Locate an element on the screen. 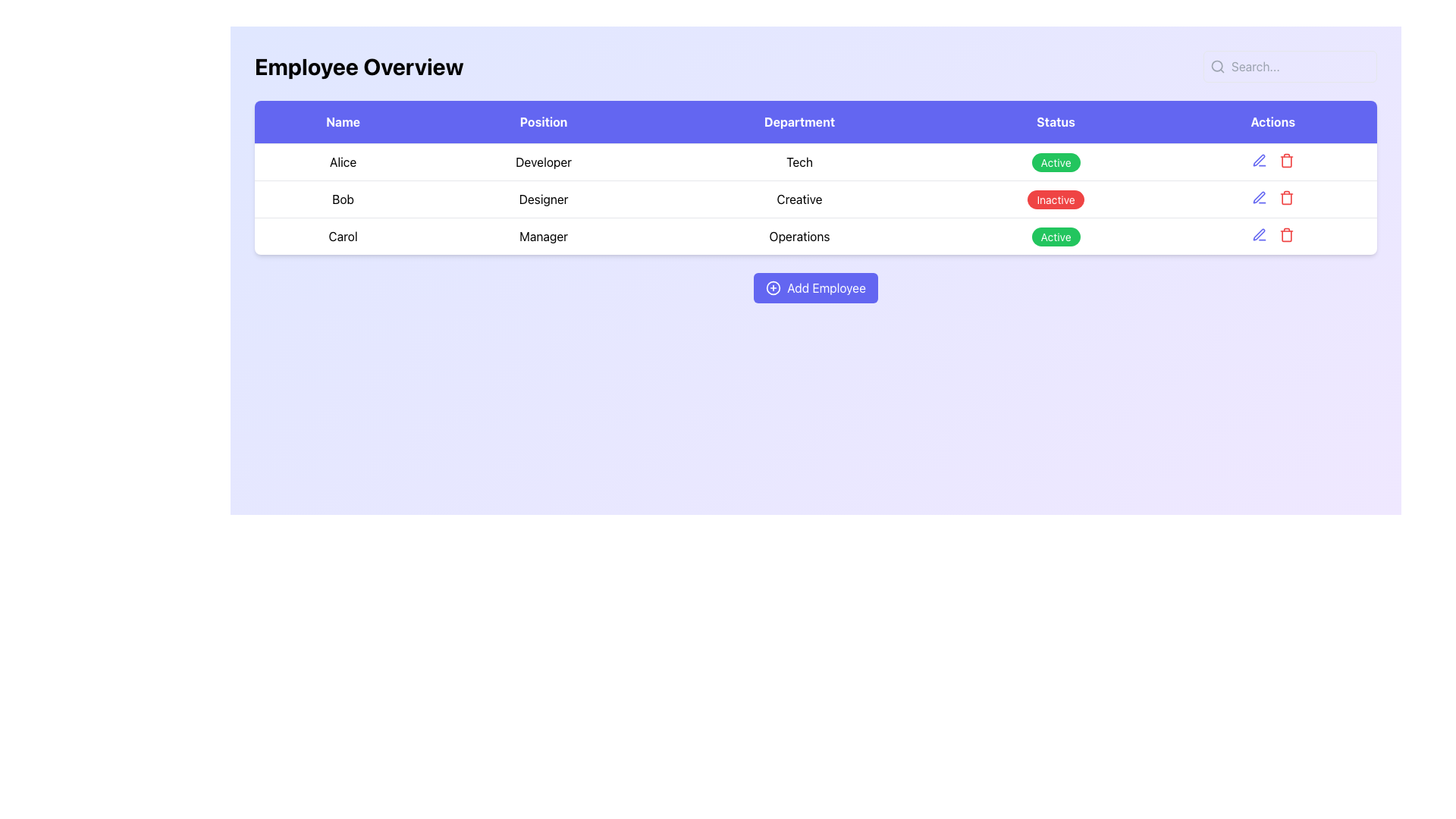 The width and height of the screenshot is (1456, 819). the search input field located in the top-right corner of the 'Employee Overview' section is located at coordinates (1289, 66).